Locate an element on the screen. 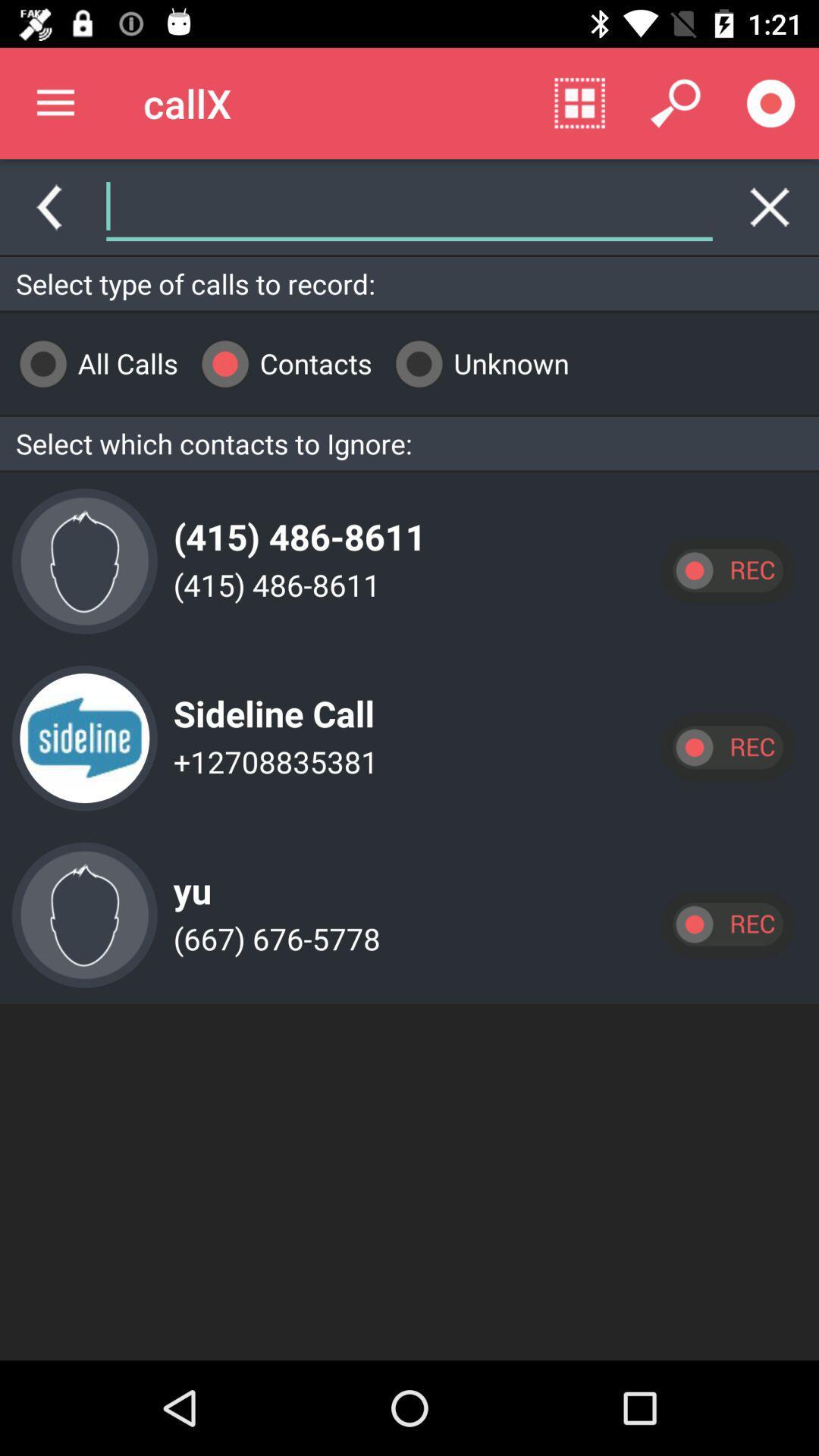  the sideline call app is located at coordinates (269, 701).